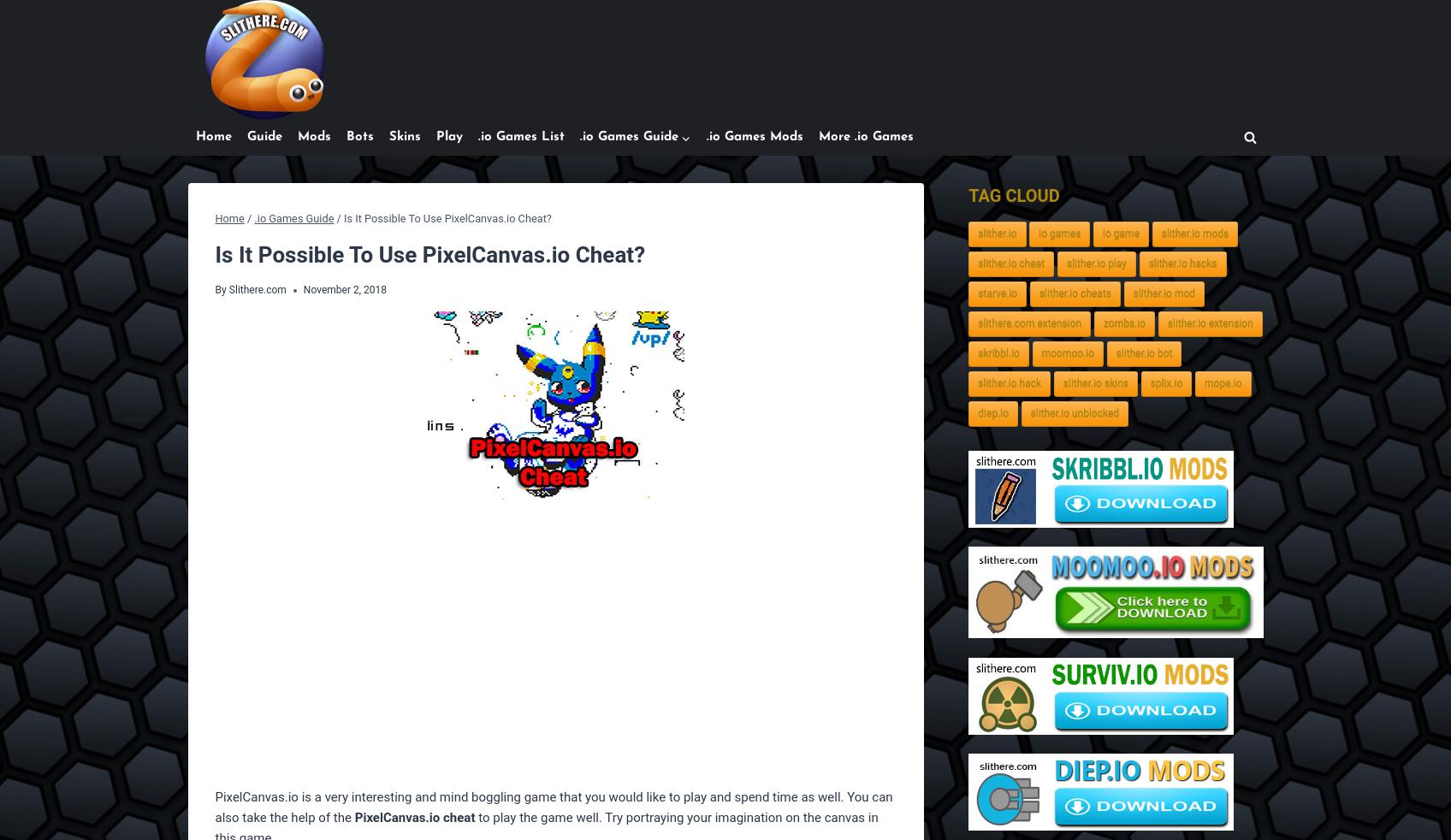 This screenshot has height=840, width=1451. Describe the element at coordinates (1094, 383) in the screenshot. I see `'slither.io skins'` at that location.